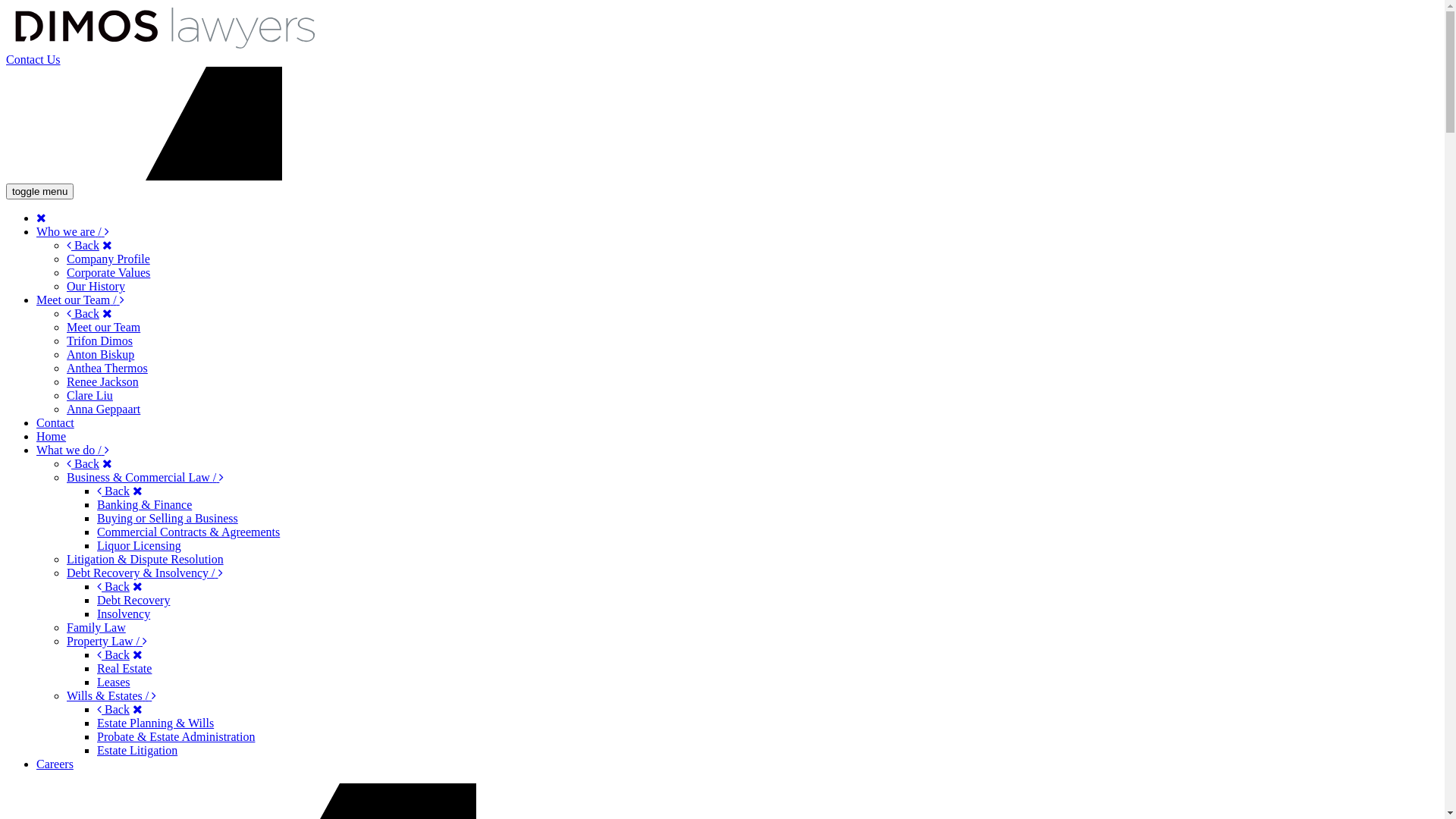 Image resolution: width=1456 pixels, height=819 pixels. What do you see at coordinates (111, 695) in the screenshot?
I see `'Wills & Estates /'` at bounding box center [111, 695].